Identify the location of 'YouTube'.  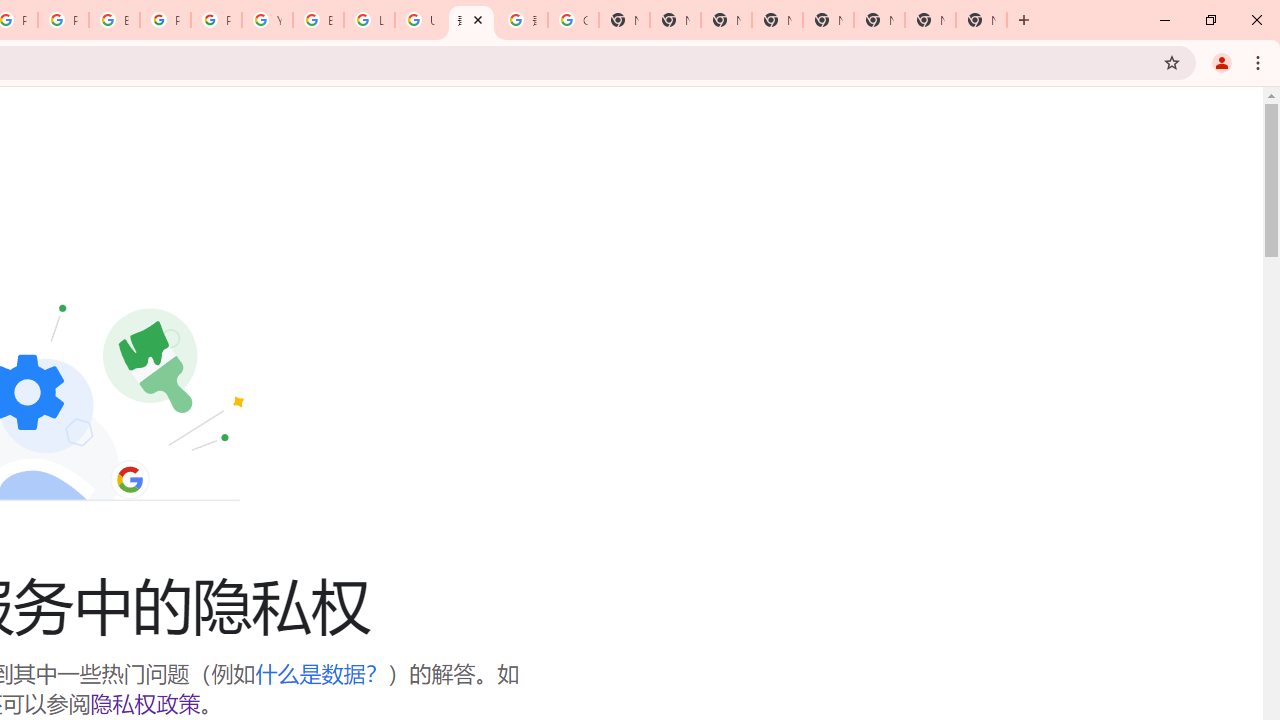
(266, 20).